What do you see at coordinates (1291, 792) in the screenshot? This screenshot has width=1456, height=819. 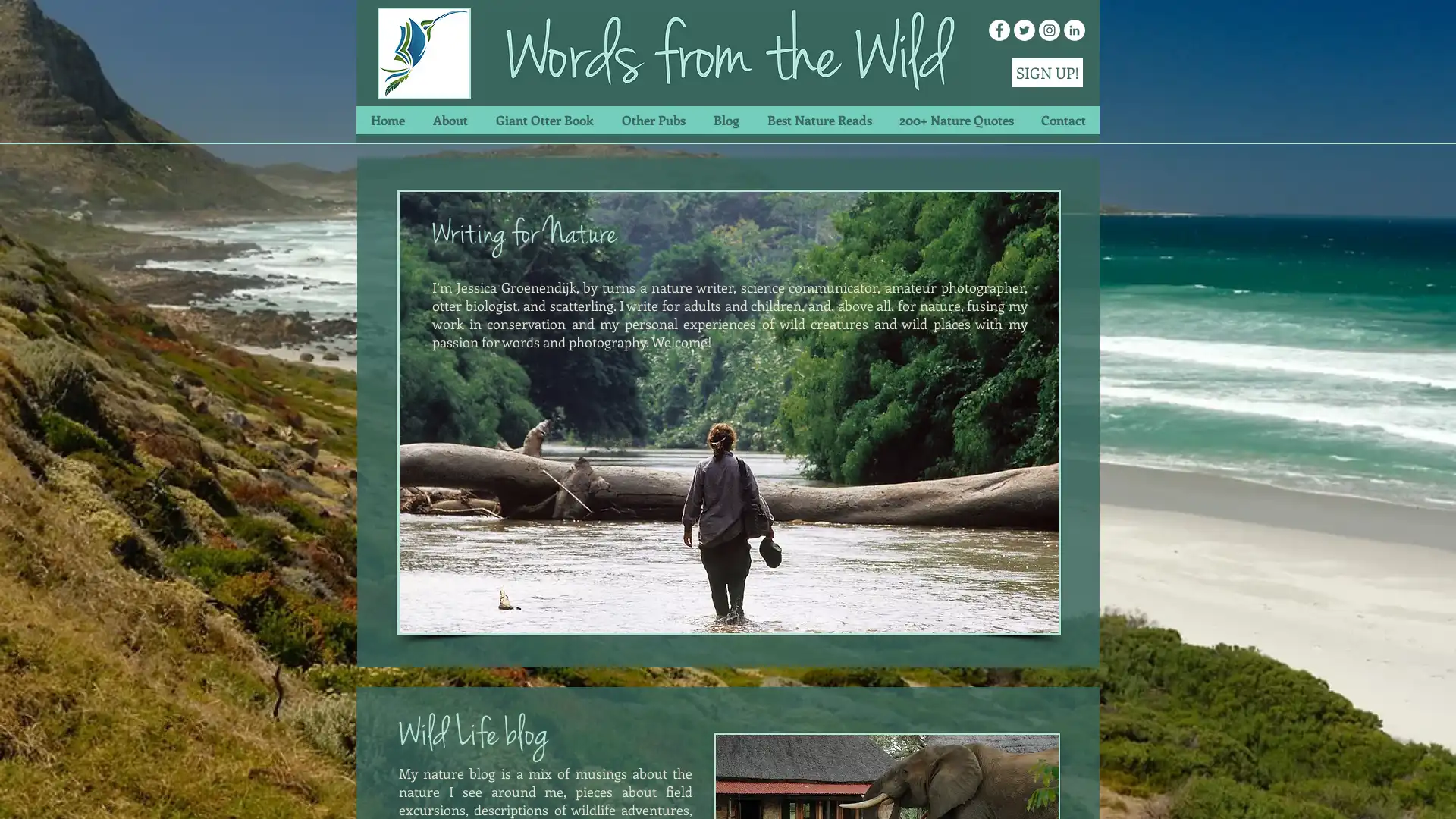 I see `Cookie Settings` at bounding box center [1291, 792].